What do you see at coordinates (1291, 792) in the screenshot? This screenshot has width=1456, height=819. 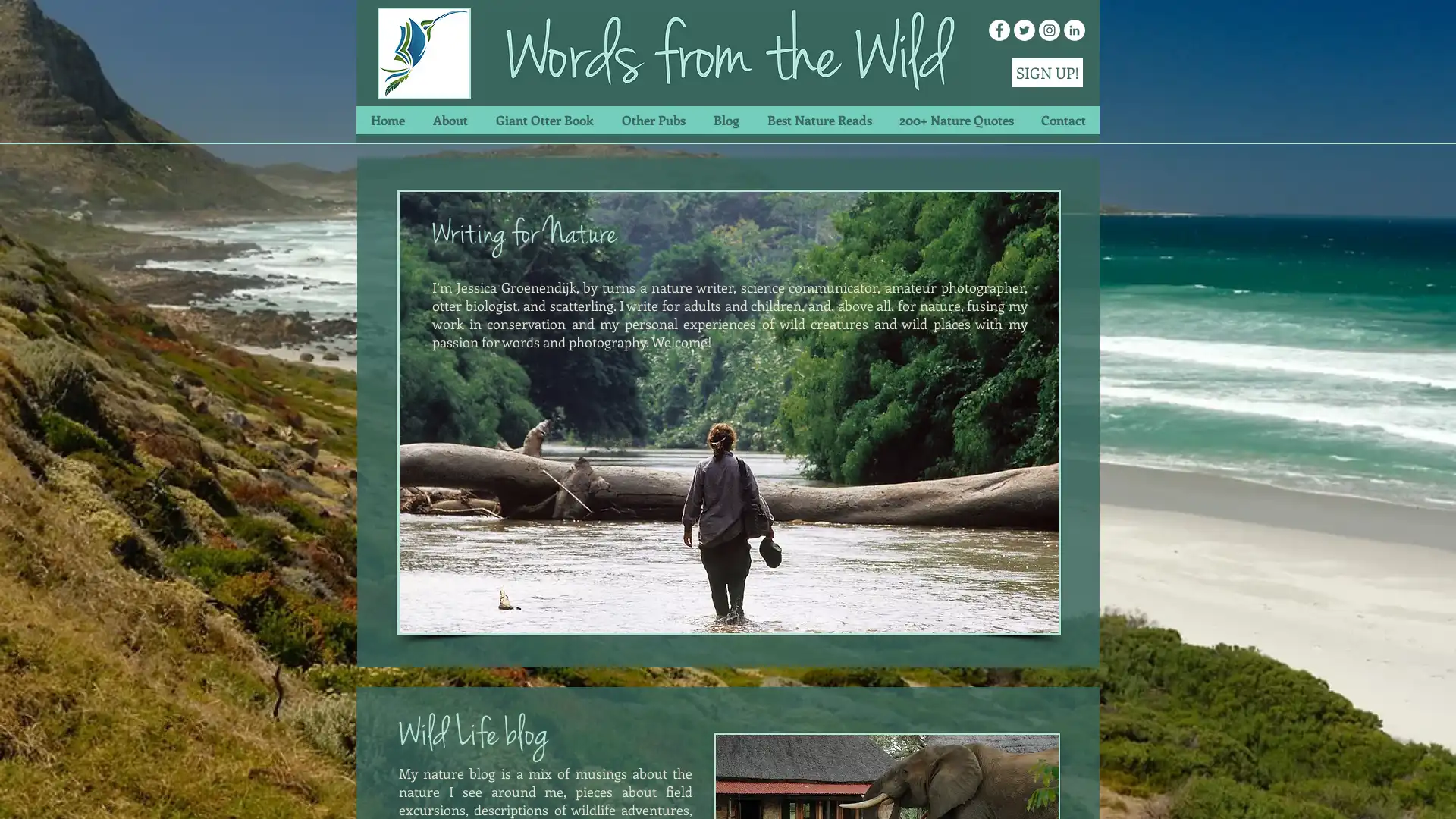 I see `Cookie Settings` at bounding box center [1291, 792].